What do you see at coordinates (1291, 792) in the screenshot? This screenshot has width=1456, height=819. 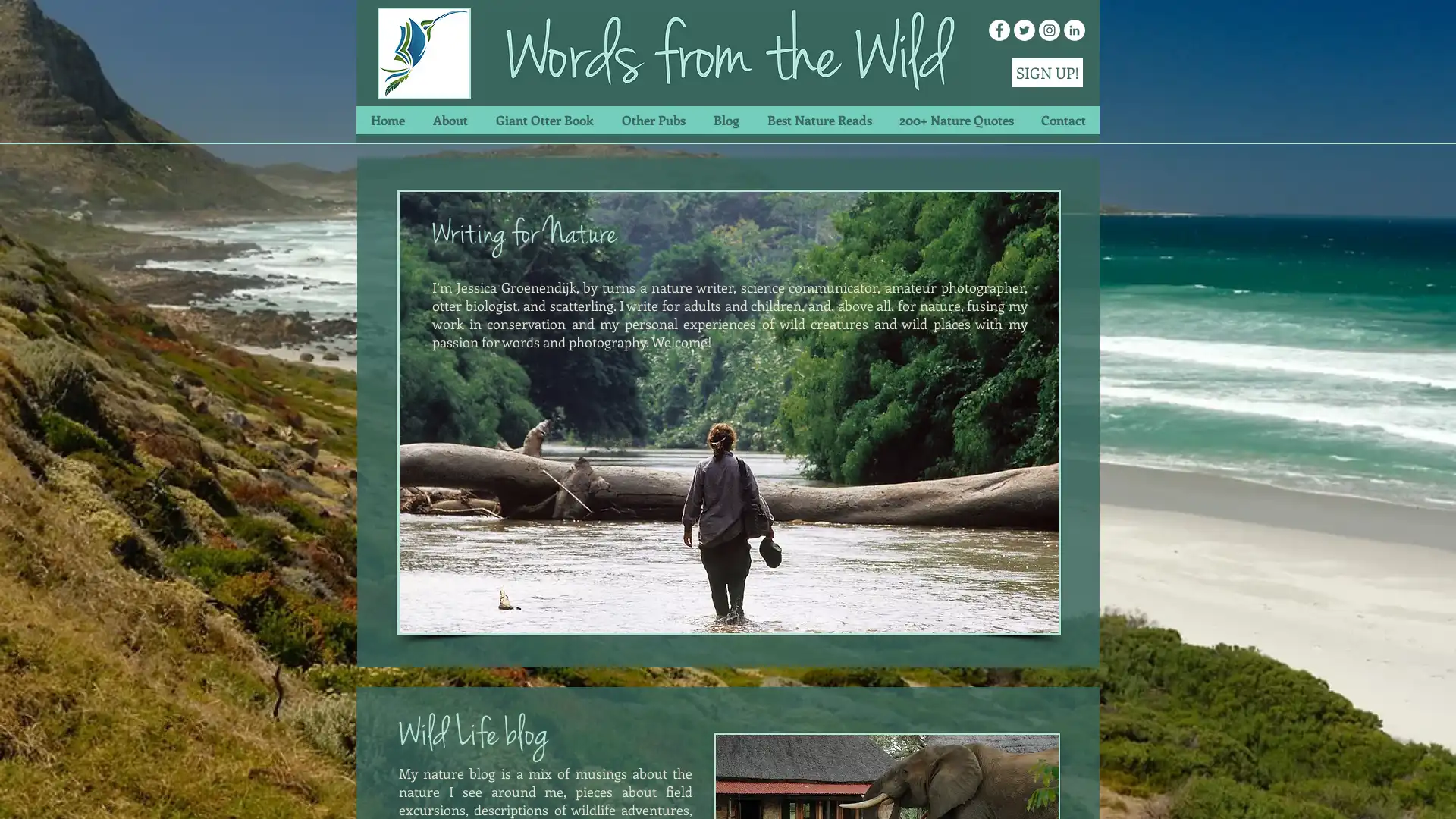 I see `Cookie Settings` at bounding box center [1291, 792].